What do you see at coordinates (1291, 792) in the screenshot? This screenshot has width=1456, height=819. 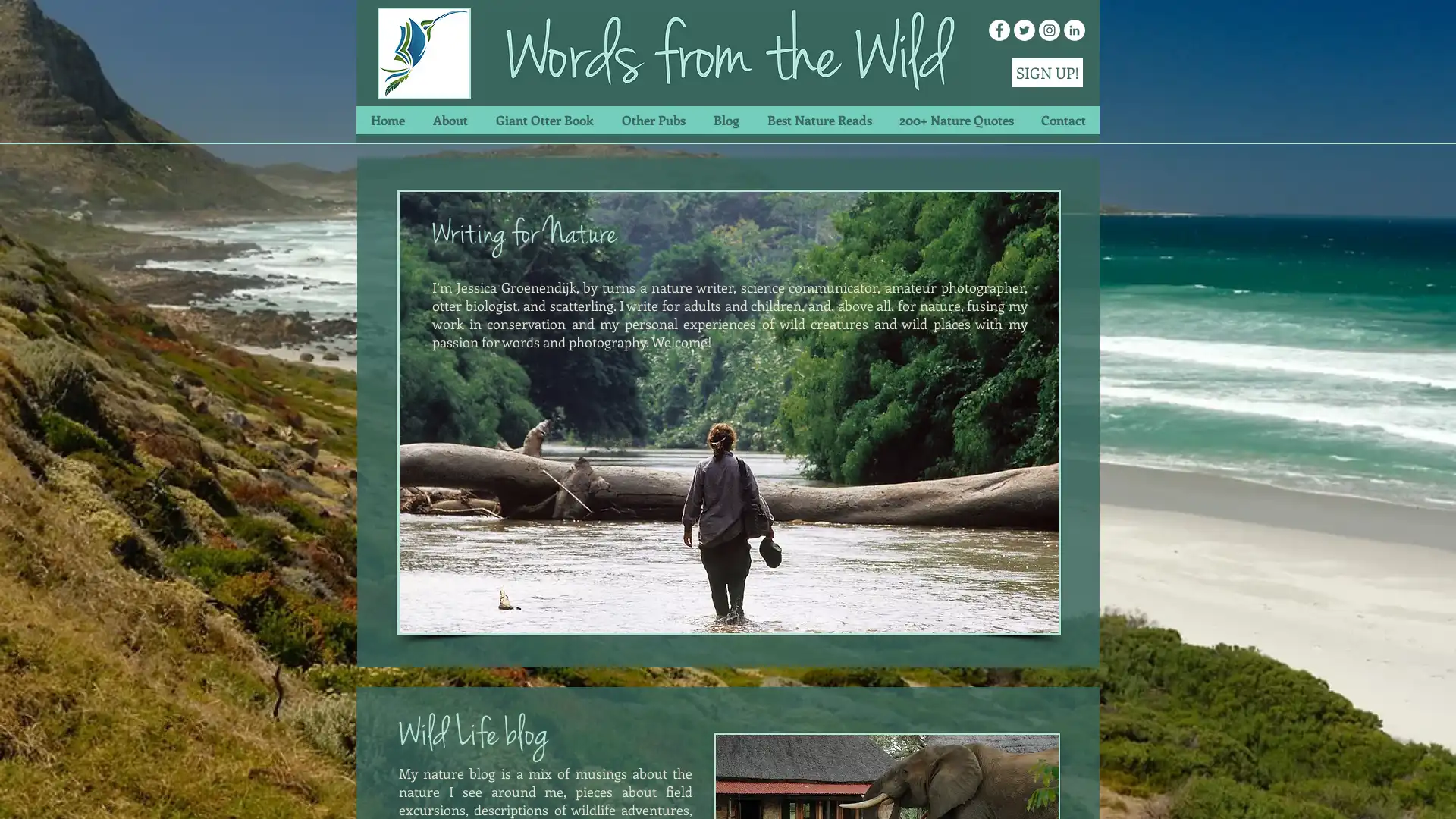 I see `Cookie Settings` at bounding box center [1291, 792].